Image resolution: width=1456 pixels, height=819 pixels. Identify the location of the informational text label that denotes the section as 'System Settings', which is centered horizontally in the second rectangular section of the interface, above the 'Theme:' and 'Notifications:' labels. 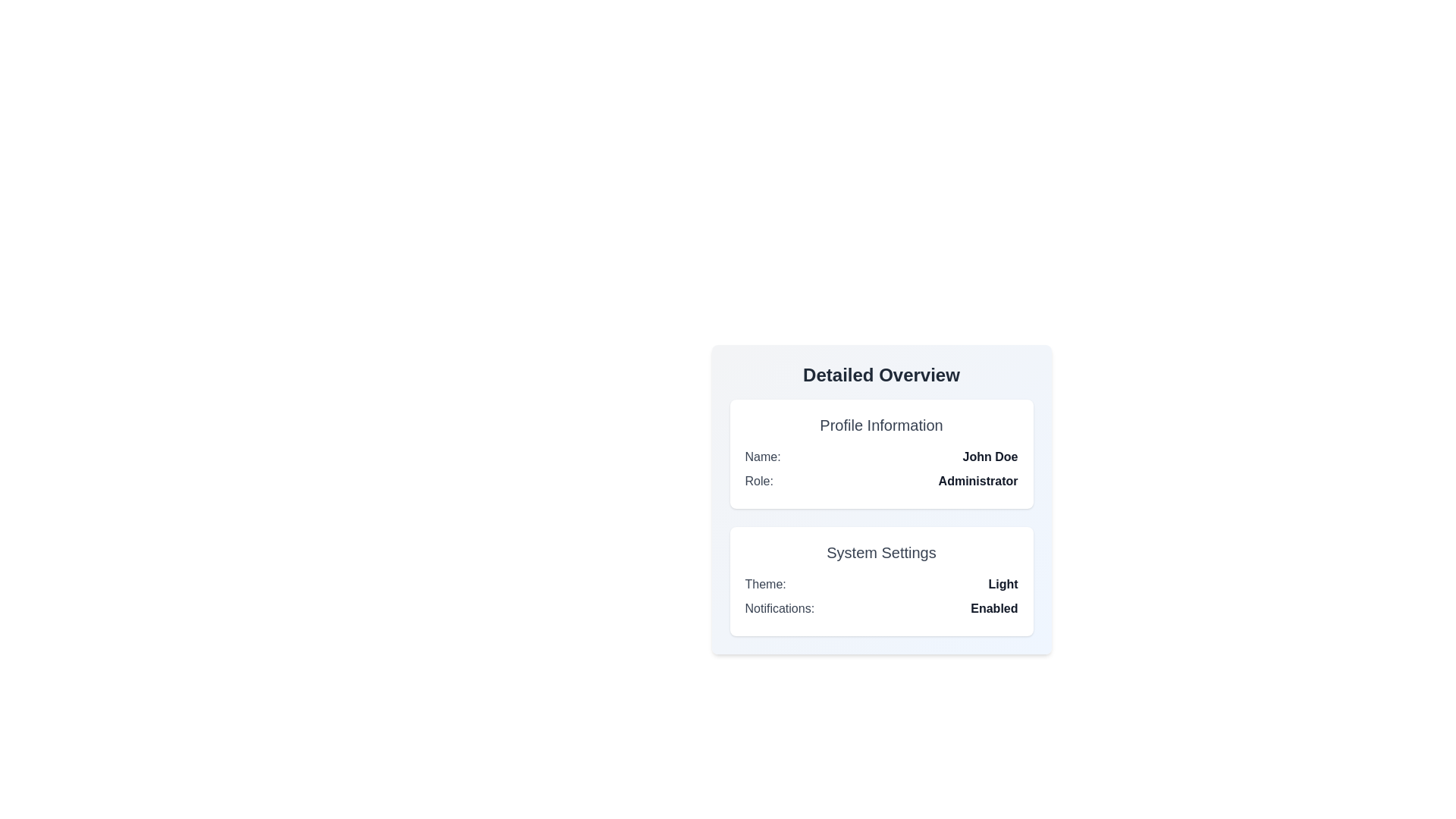
(881, 553).